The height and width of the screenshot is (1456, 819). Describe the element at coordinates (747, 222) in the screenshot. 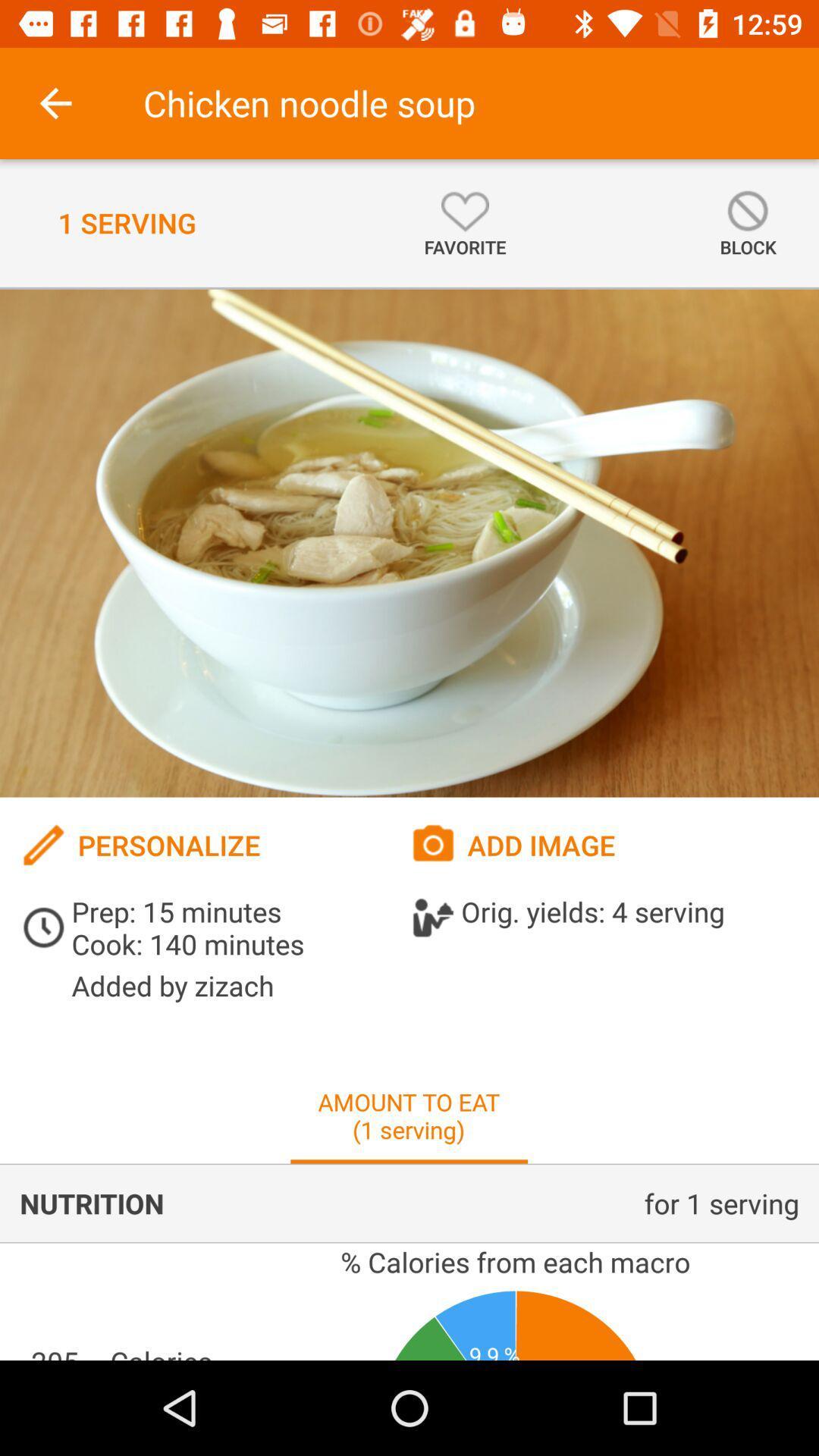

I see `the block` at that location.